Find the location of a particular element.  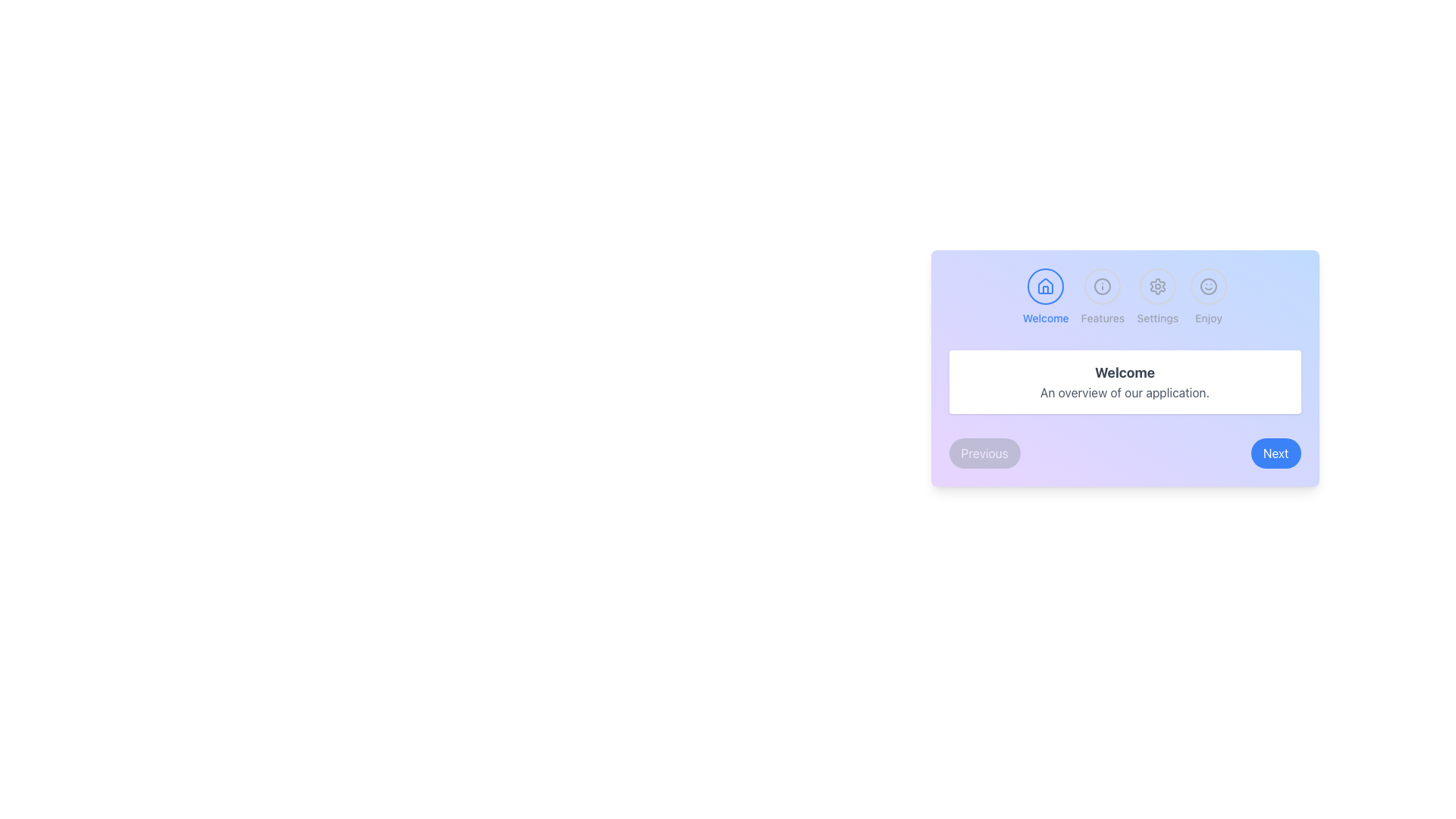

the settings icon, which is a gear-like shape in light gray color located in the top-right section of the card interface, as the third icon among four options is located at coordinates (1156, 287).